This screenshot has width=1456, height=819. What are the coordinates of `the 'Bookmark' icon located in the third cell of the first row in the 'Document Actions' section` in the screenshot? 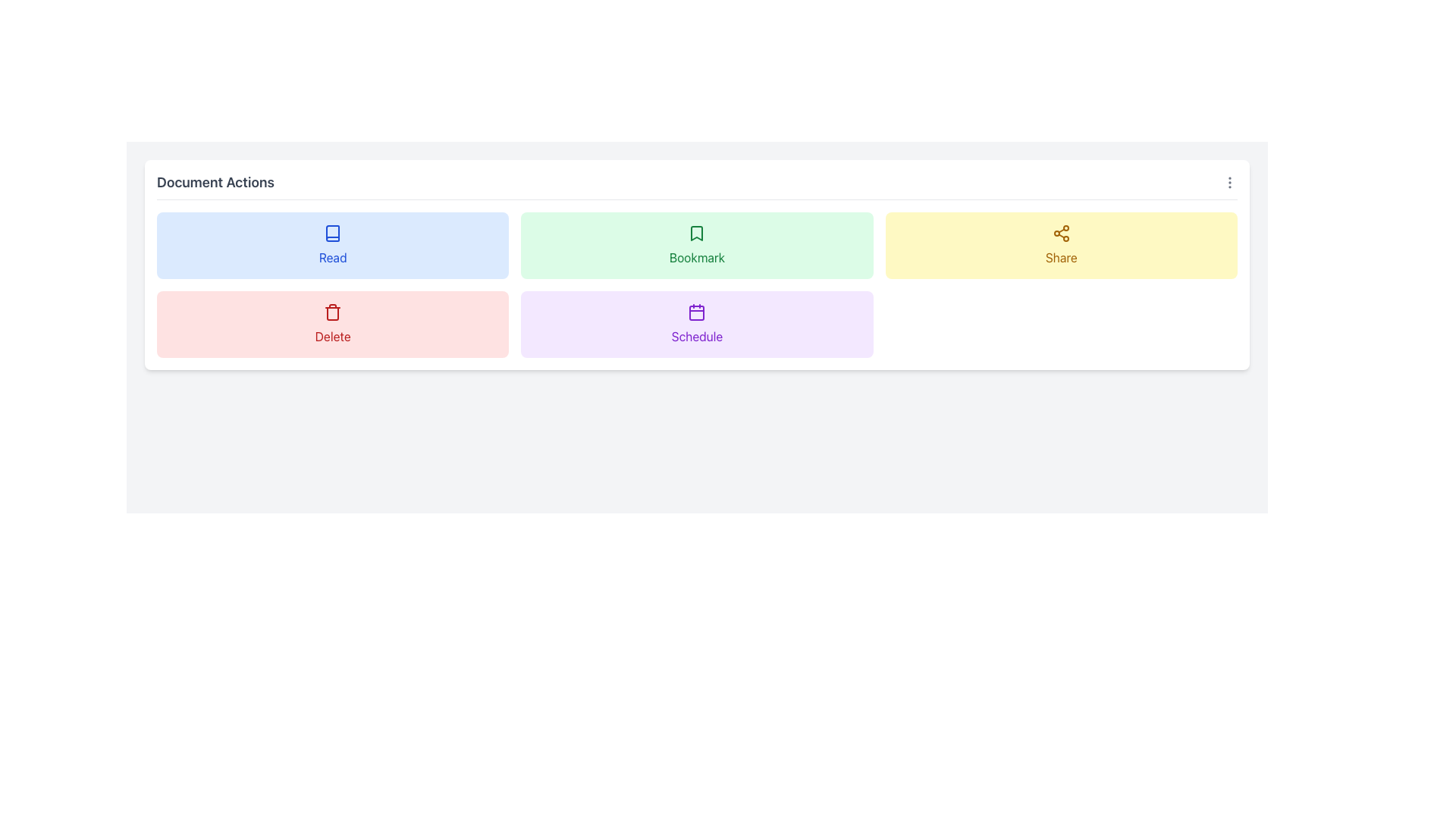 It's located at (696, 234).